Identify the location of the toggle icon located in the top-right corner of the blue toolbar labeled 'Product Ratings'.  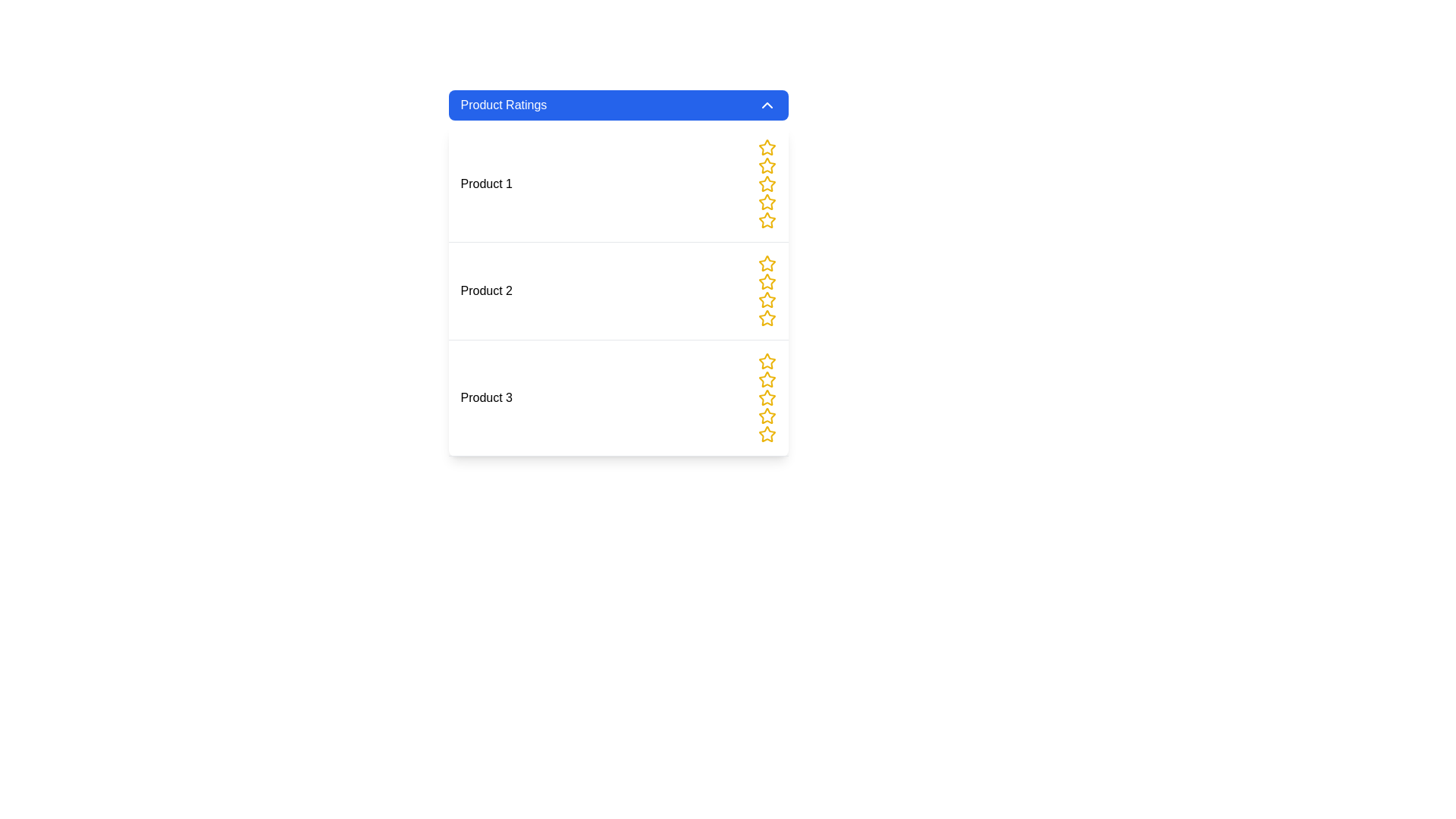
(767, 104).